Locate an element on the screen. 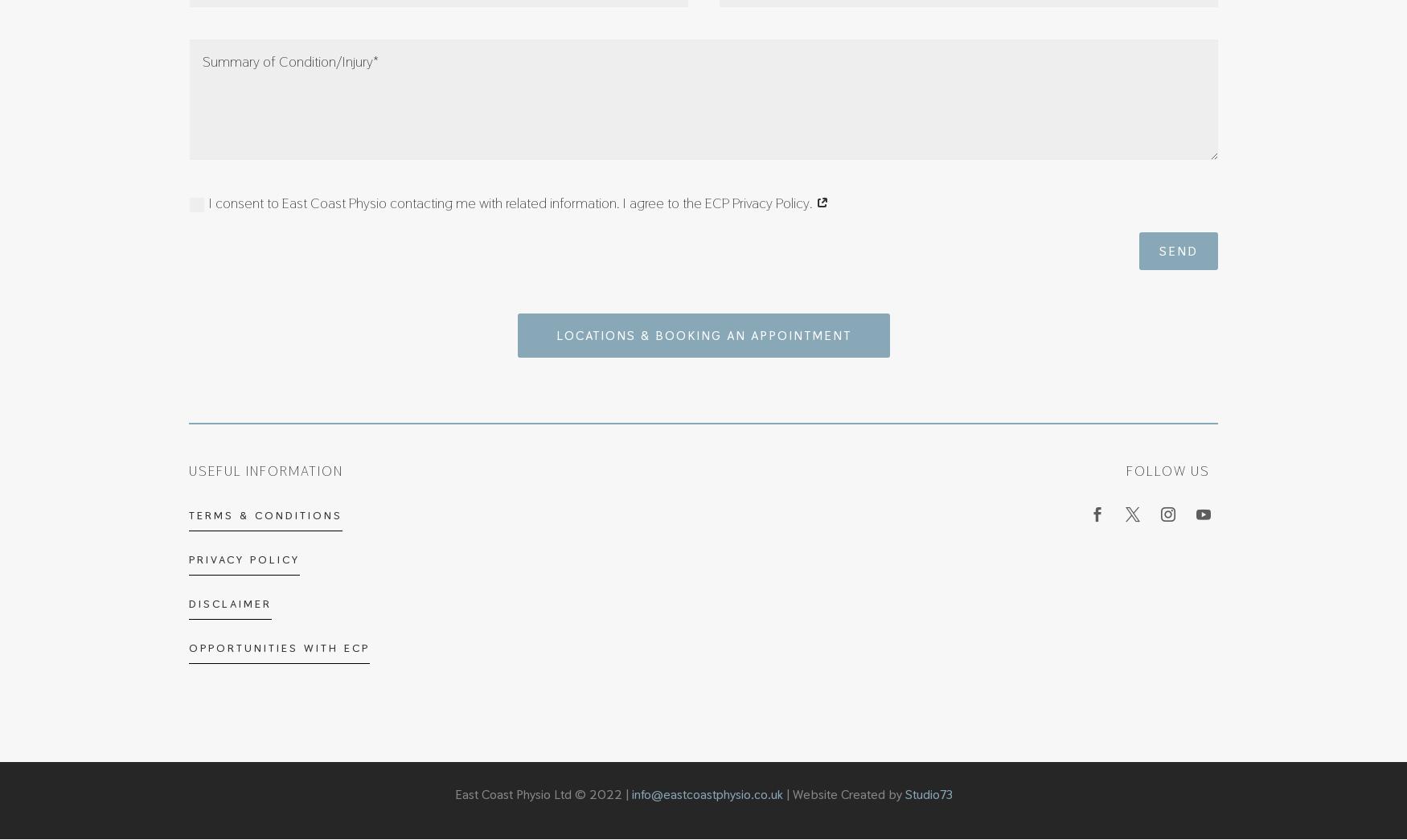  '| Website Created by' is located at coordinates (842, 793).